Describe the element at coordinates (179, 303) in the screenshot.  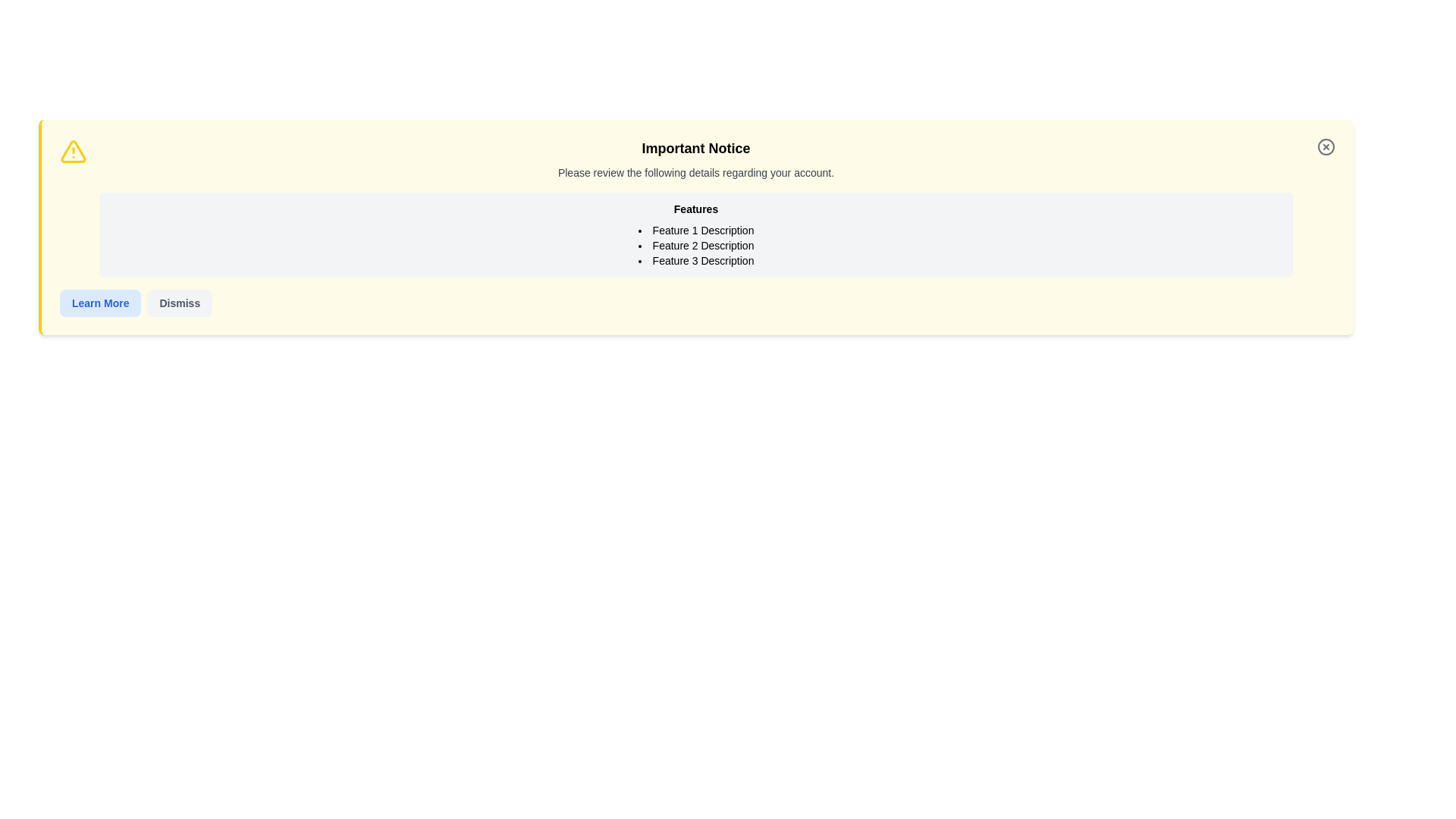
I see `the dismiss button located at the bottom of the notification box, which is the second button in the sequence` at that location.